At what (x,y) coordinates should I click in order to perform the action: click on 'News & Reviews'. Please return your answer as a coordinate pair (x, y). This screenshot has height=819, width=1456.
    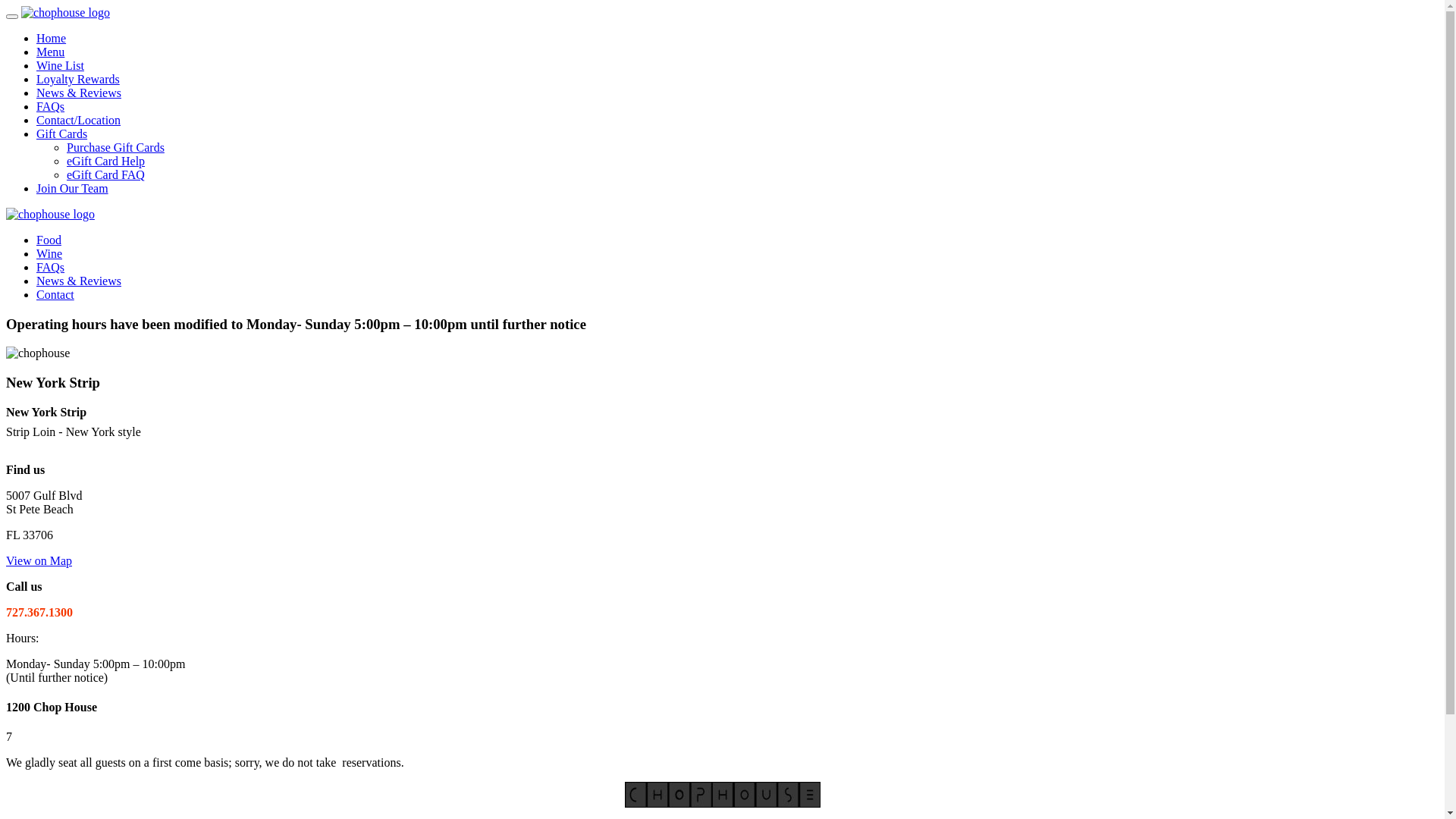
    Looking at the image, I should click on (78, 281).